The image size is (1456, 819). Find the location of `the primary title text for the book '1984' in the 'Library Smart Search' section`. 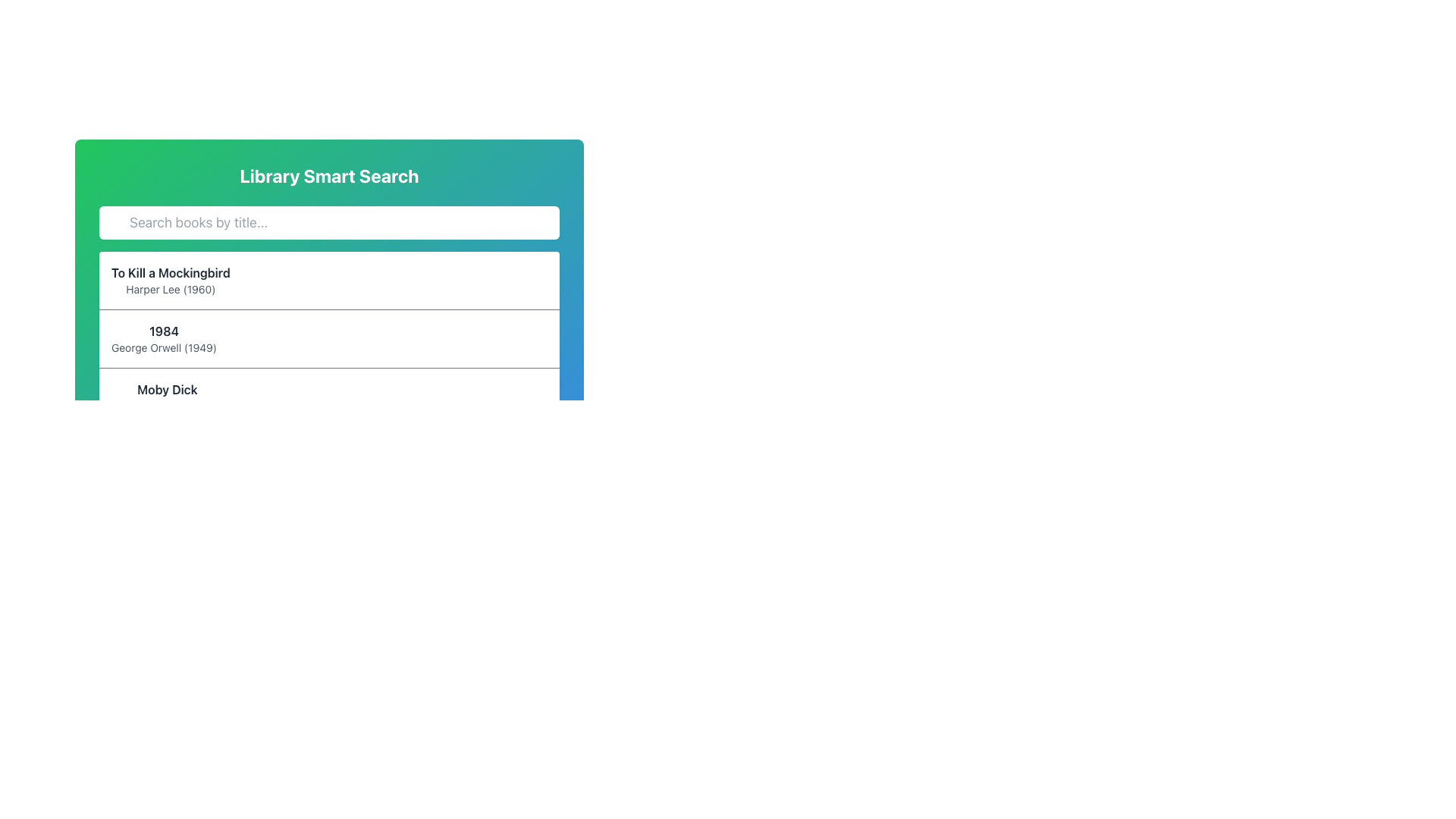

the primary title text for the book '1984' in the 'Library Smart Search' section is located at coordinates (164, 330).